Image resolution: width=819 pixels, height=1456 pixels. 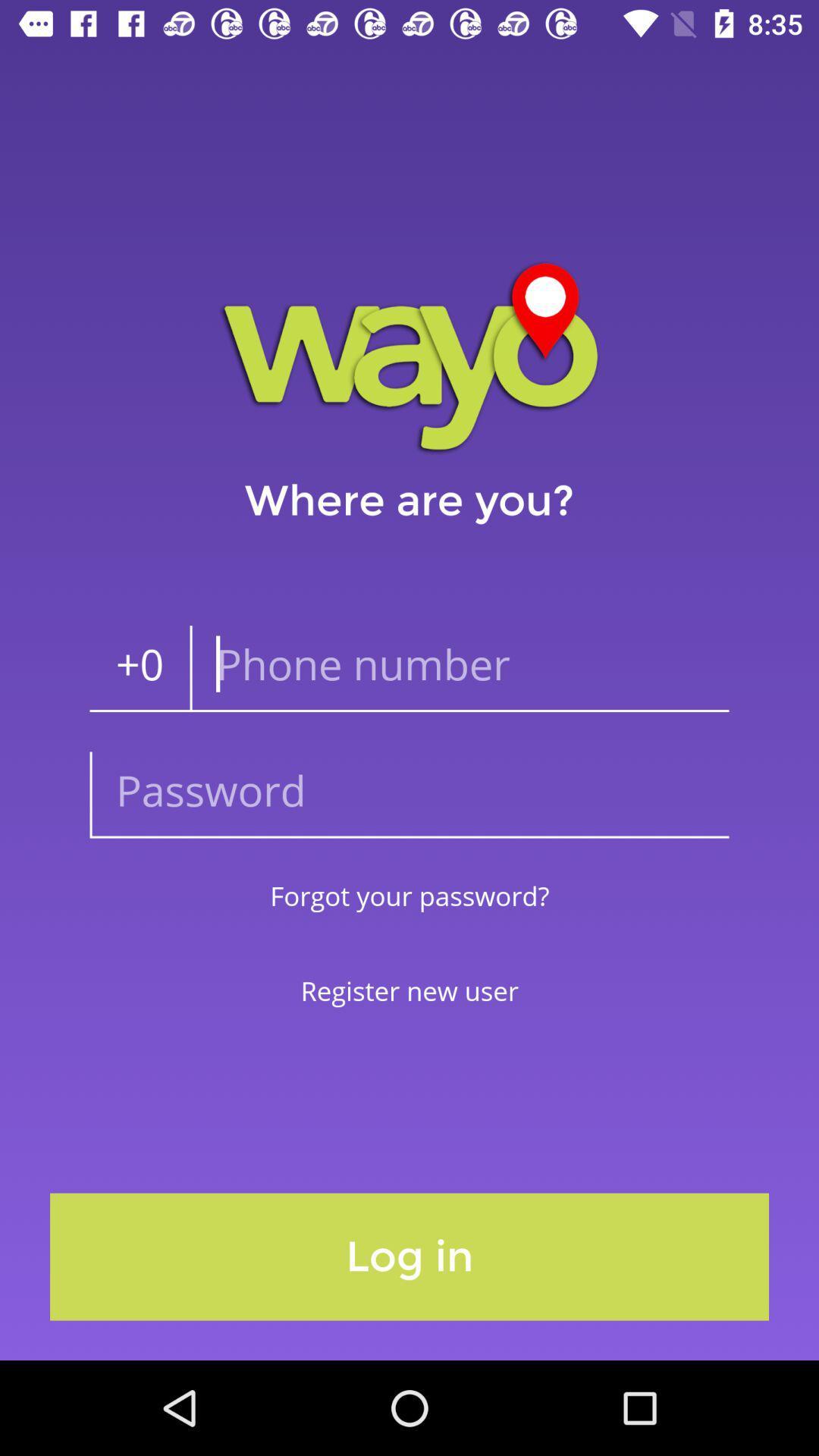 What do you see at coordinates (409, 896) in the screenshot?
I see `forgot your password?` at bounding box center [409, 896].